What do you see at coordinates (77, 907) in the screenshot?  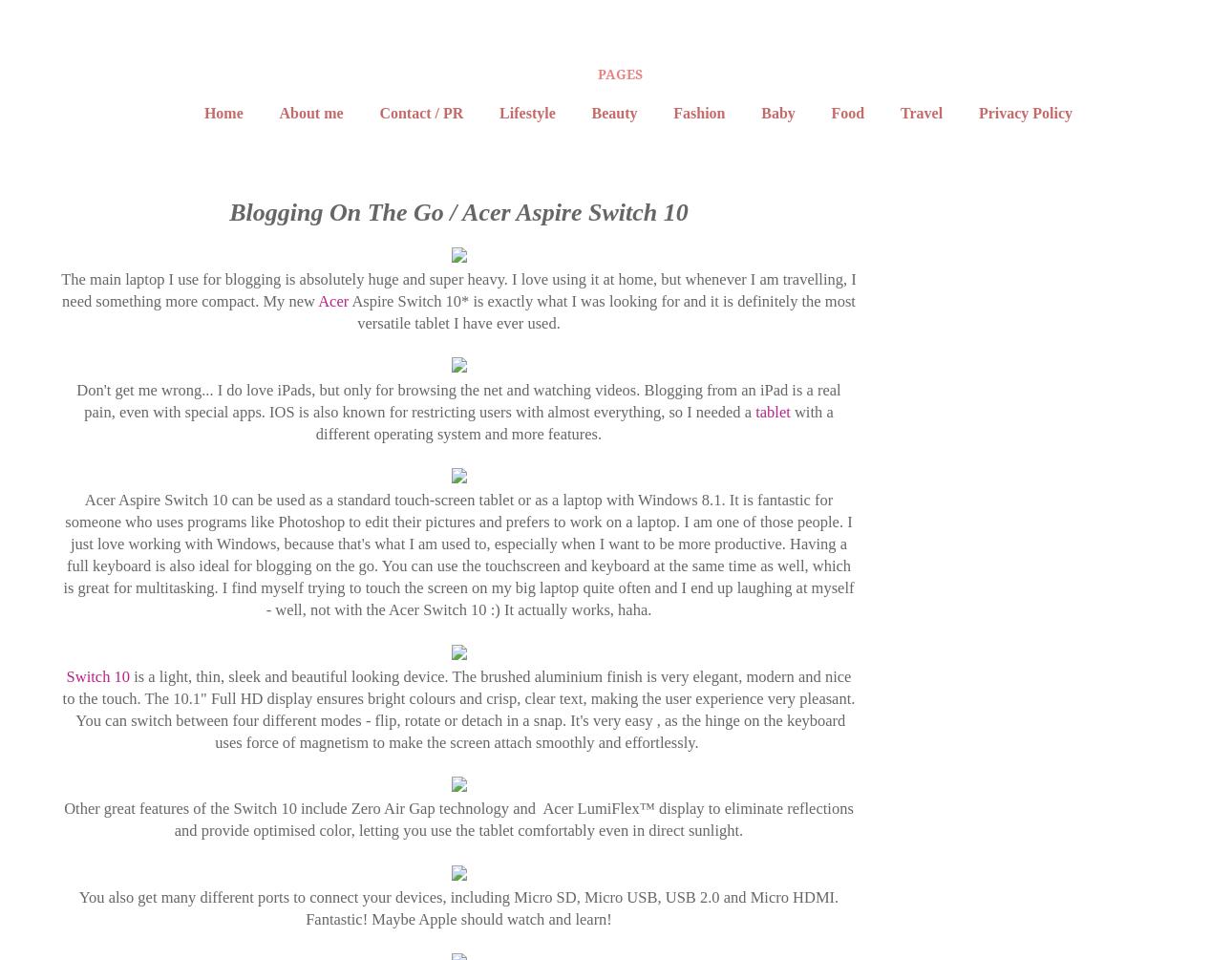 I see `'You also get many different ports to connect your devices, including Micro SD, Micro USB, USB 2.0 and Micro HDMI. Fantastic! Maybe Apple should watch and learn!'` at bounding box center [77, 907].